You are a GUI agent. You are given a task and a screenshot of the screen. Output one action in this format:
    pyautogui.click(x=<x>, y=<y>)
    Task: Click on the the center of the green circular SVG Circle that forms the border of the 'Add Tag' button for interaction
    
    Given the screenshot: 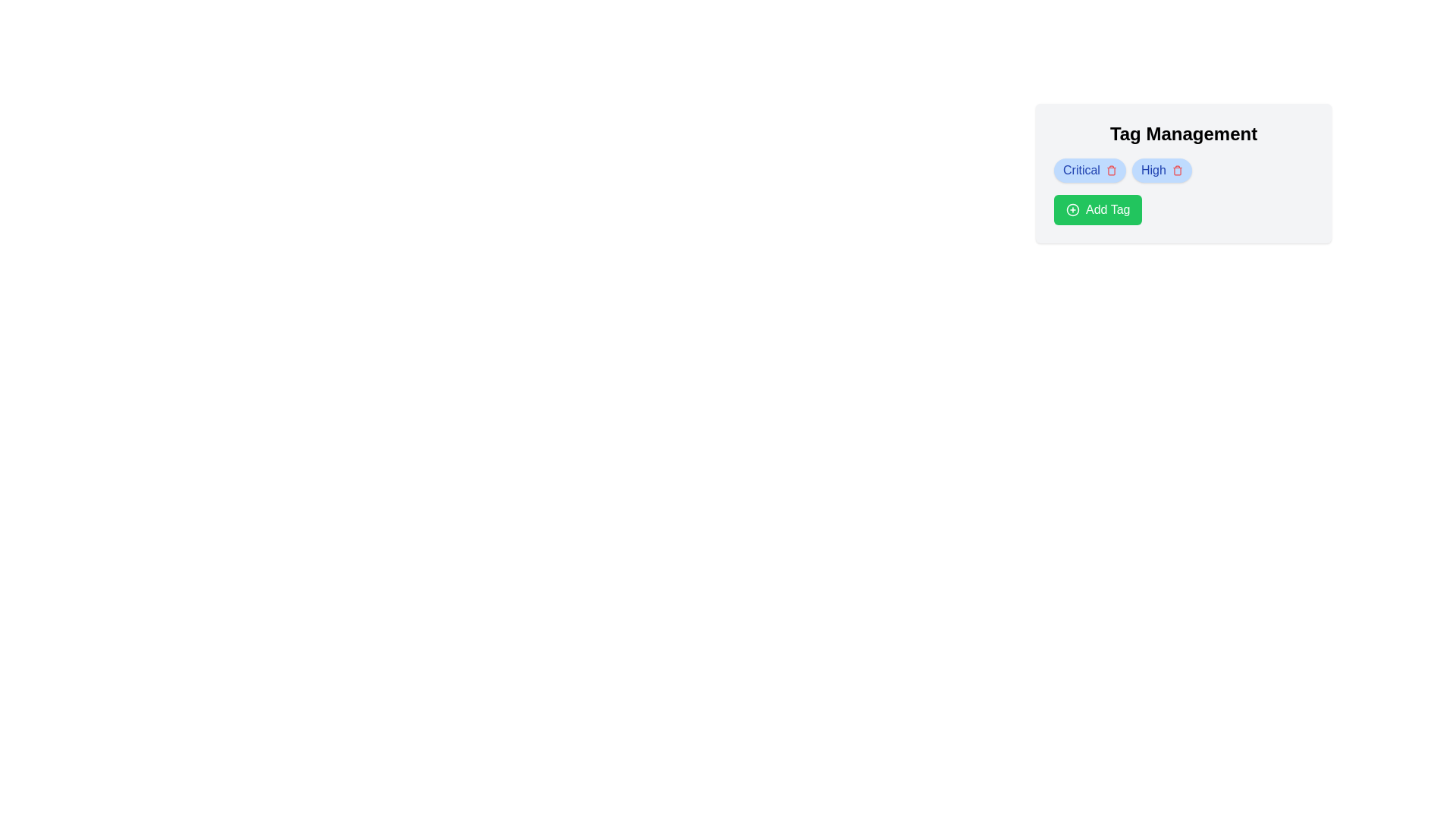 What is the action you would take?
    pyautogui.click(x=1072, y=210)
    